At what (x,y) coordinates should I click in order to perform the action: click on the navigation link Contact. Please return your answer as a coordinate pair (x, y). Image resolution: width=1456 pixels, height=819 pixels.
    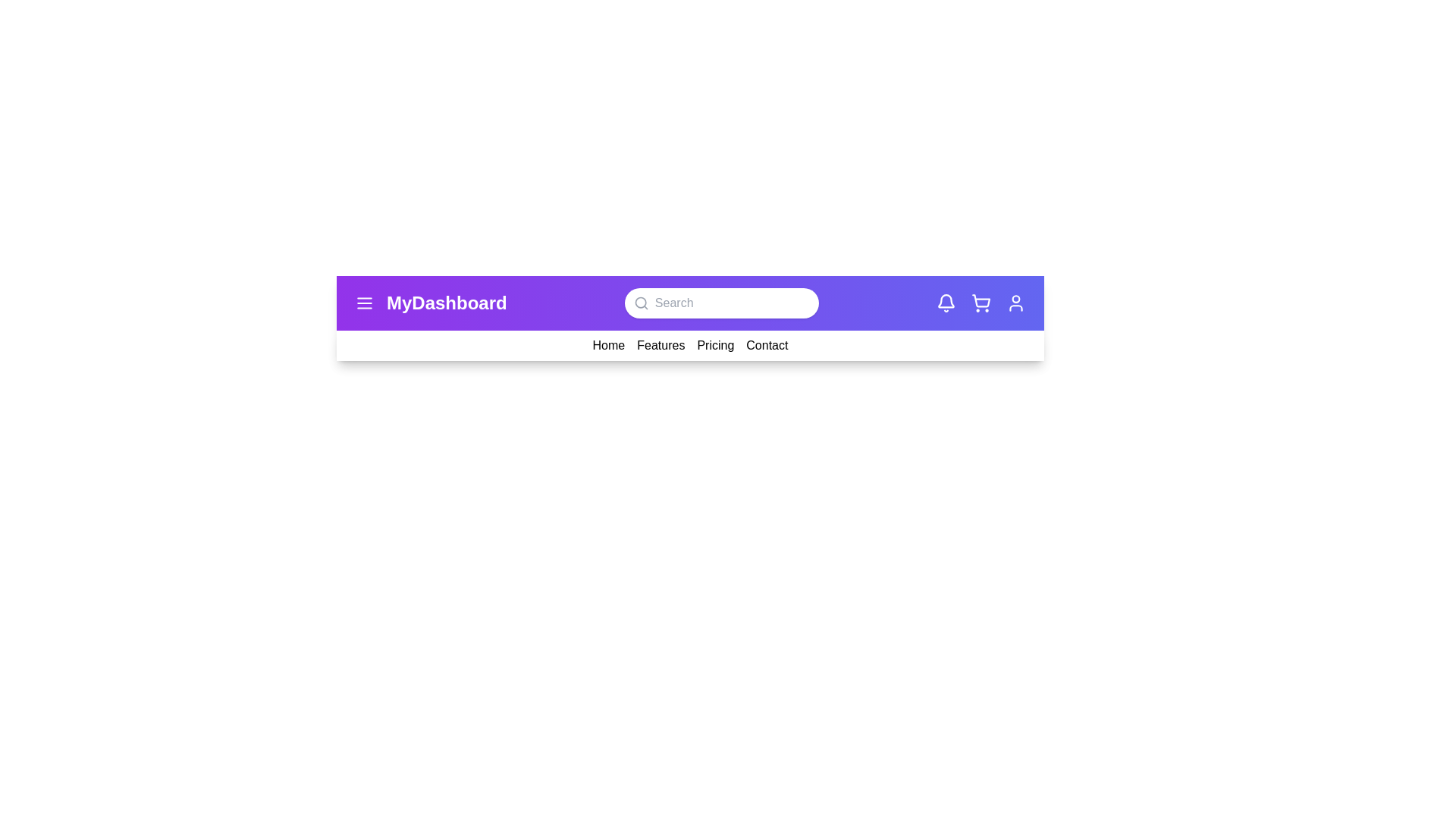
    Looking at the image, I should click on (767, 345).